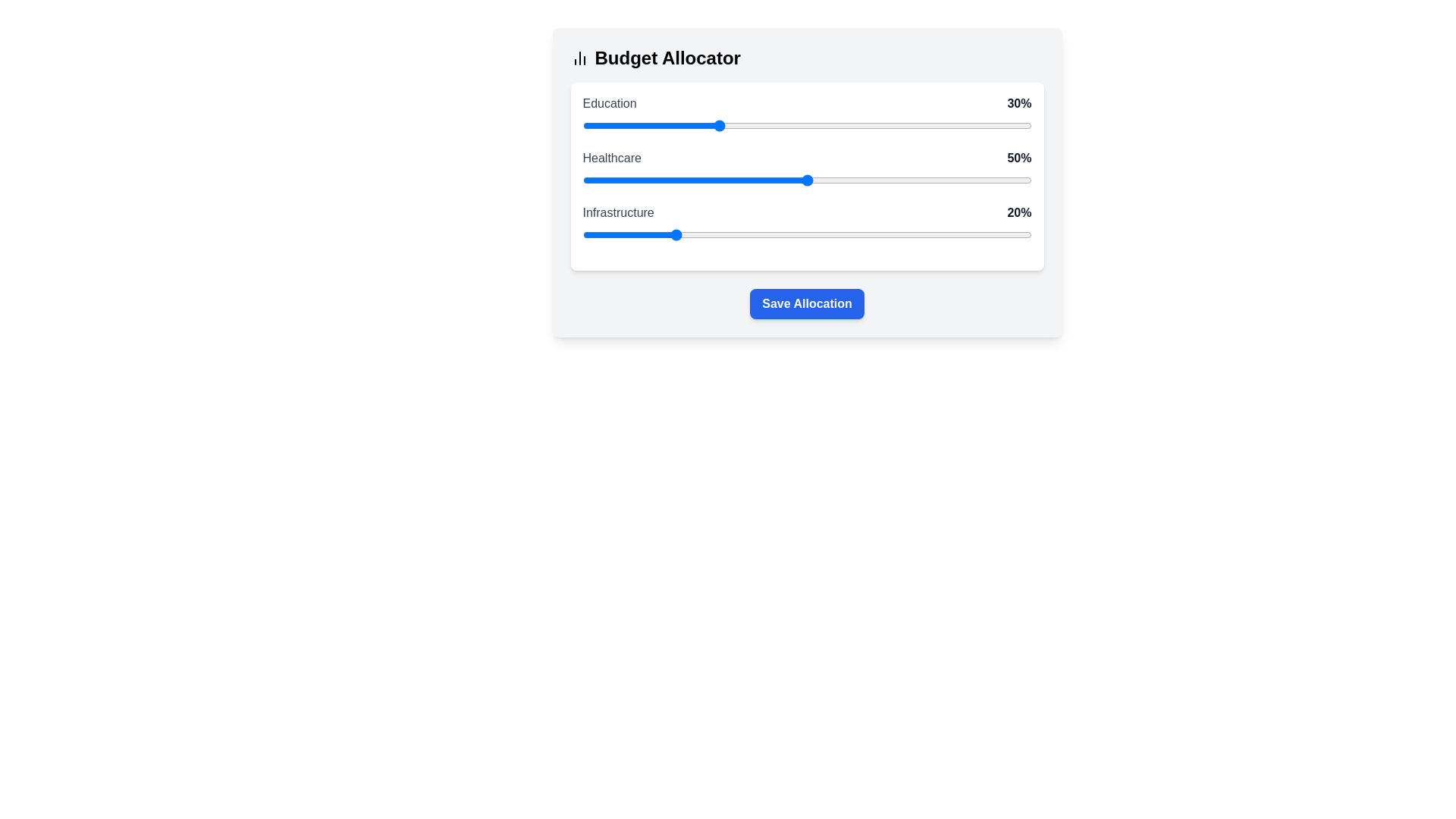  I want to click on infrastructure allocation, so click(645, 234).